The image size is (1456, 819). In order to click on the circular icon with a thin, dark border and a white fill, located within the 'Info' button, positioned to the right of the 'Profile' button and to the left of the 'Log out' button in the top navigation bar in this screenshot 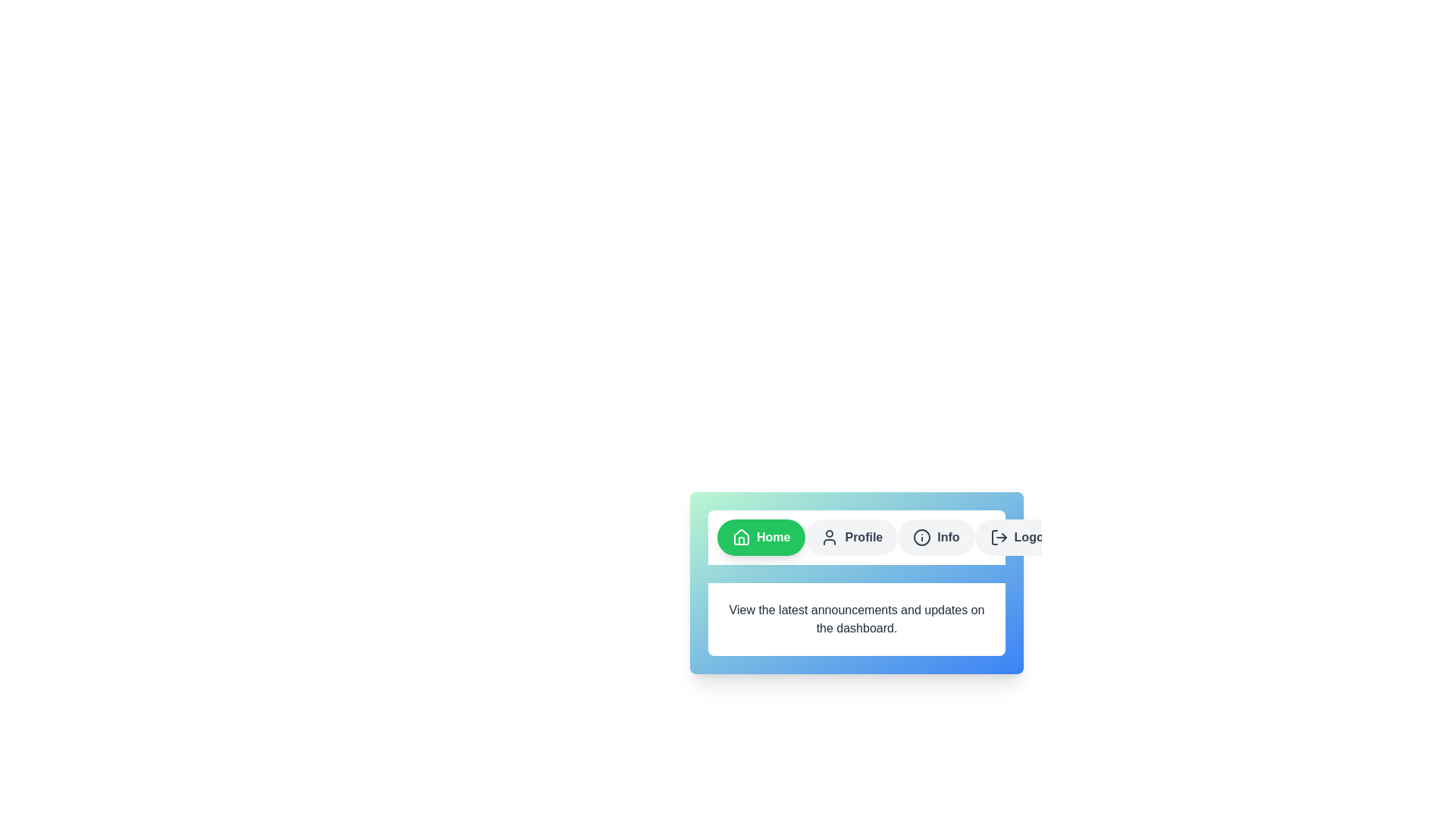, I will do `click(921, 537)`.